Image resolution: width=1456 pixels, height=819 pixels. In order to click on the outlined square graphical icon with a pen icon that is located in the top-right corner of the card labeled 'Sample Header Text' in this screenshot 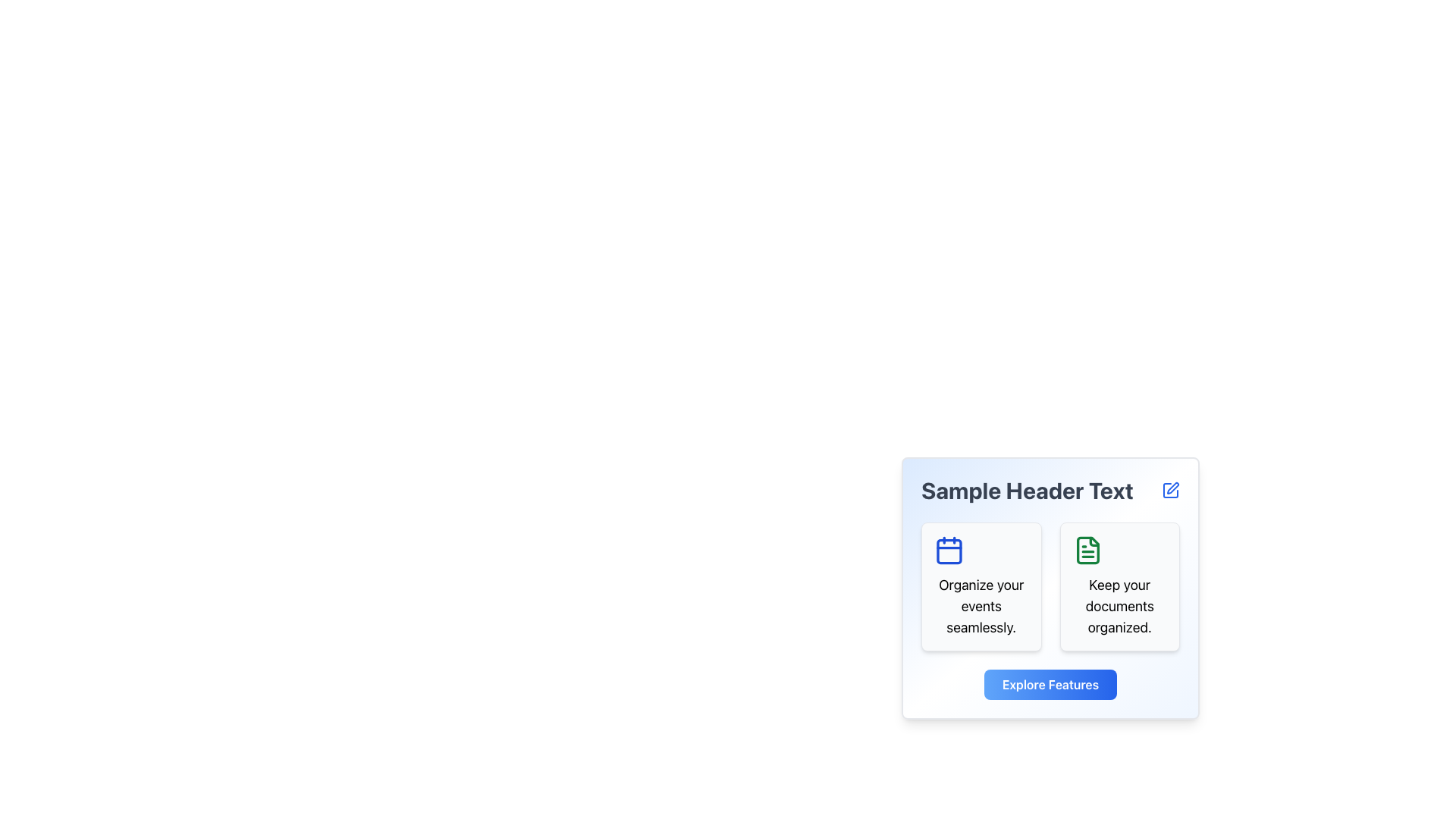, I will do `click(1170, 491)`.